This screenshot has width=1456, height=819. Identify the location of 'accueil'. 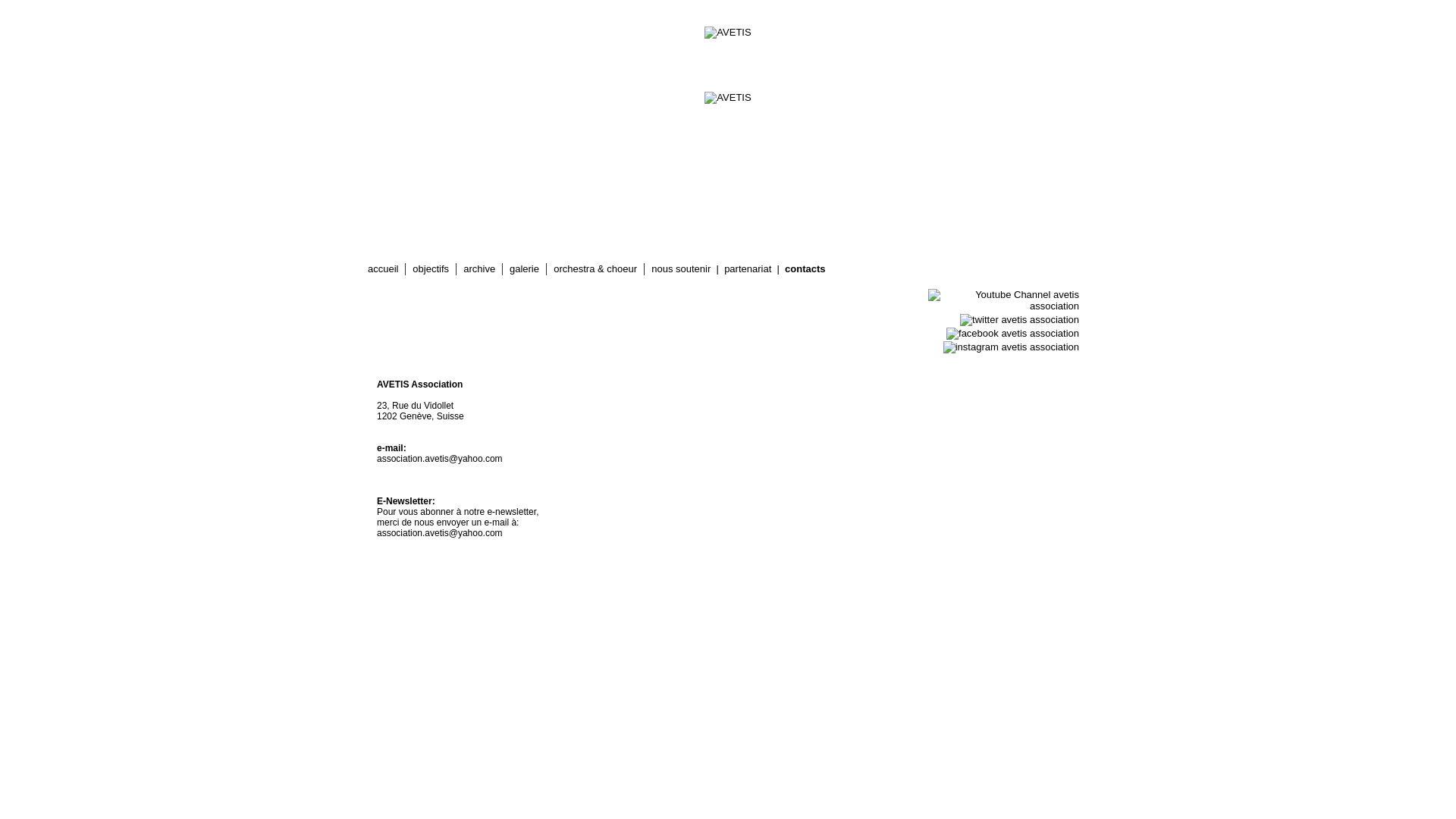
(382, 268).